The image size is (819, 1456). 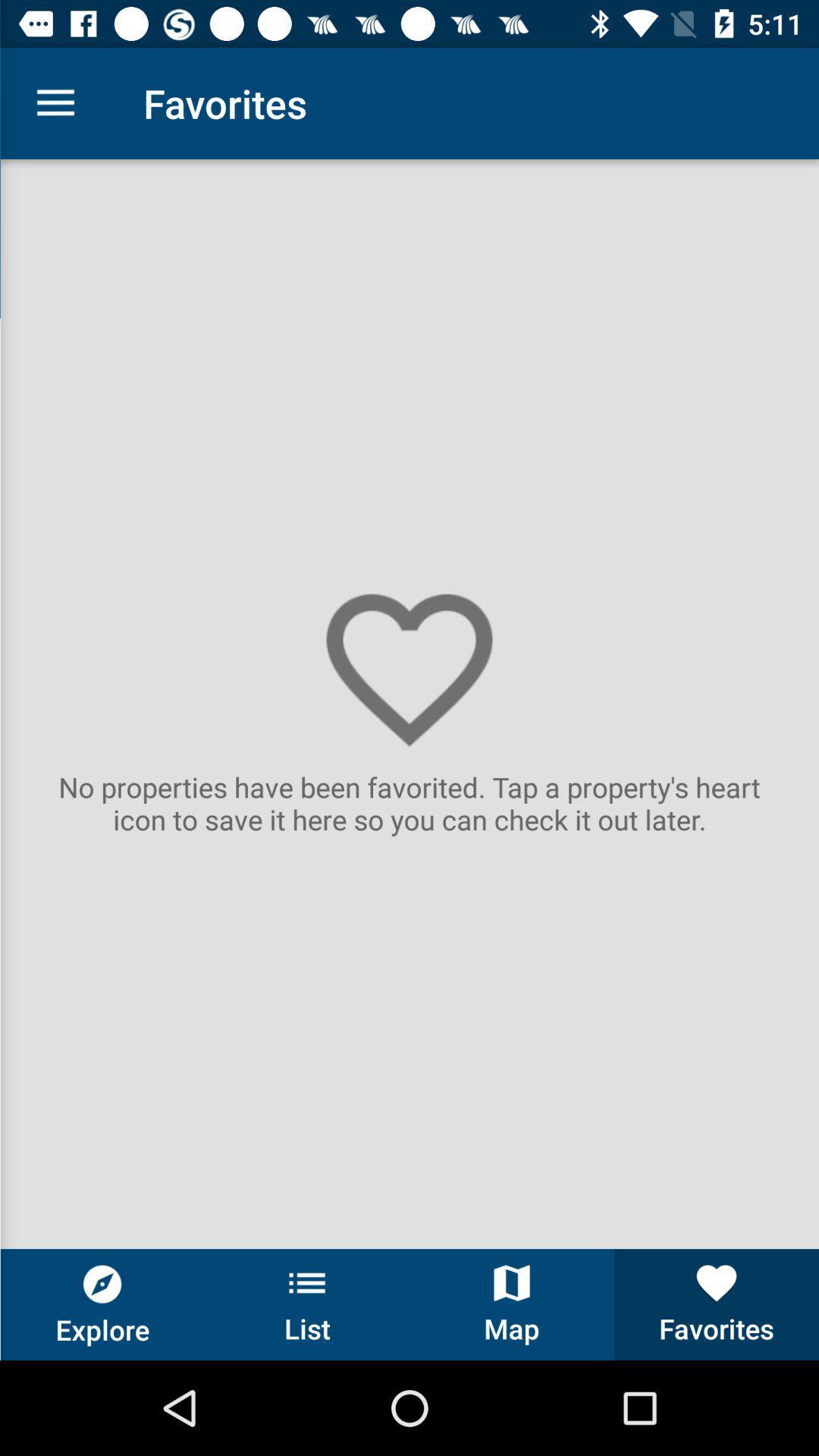 I want to click on the explore button, so click(x=102, y=1304).